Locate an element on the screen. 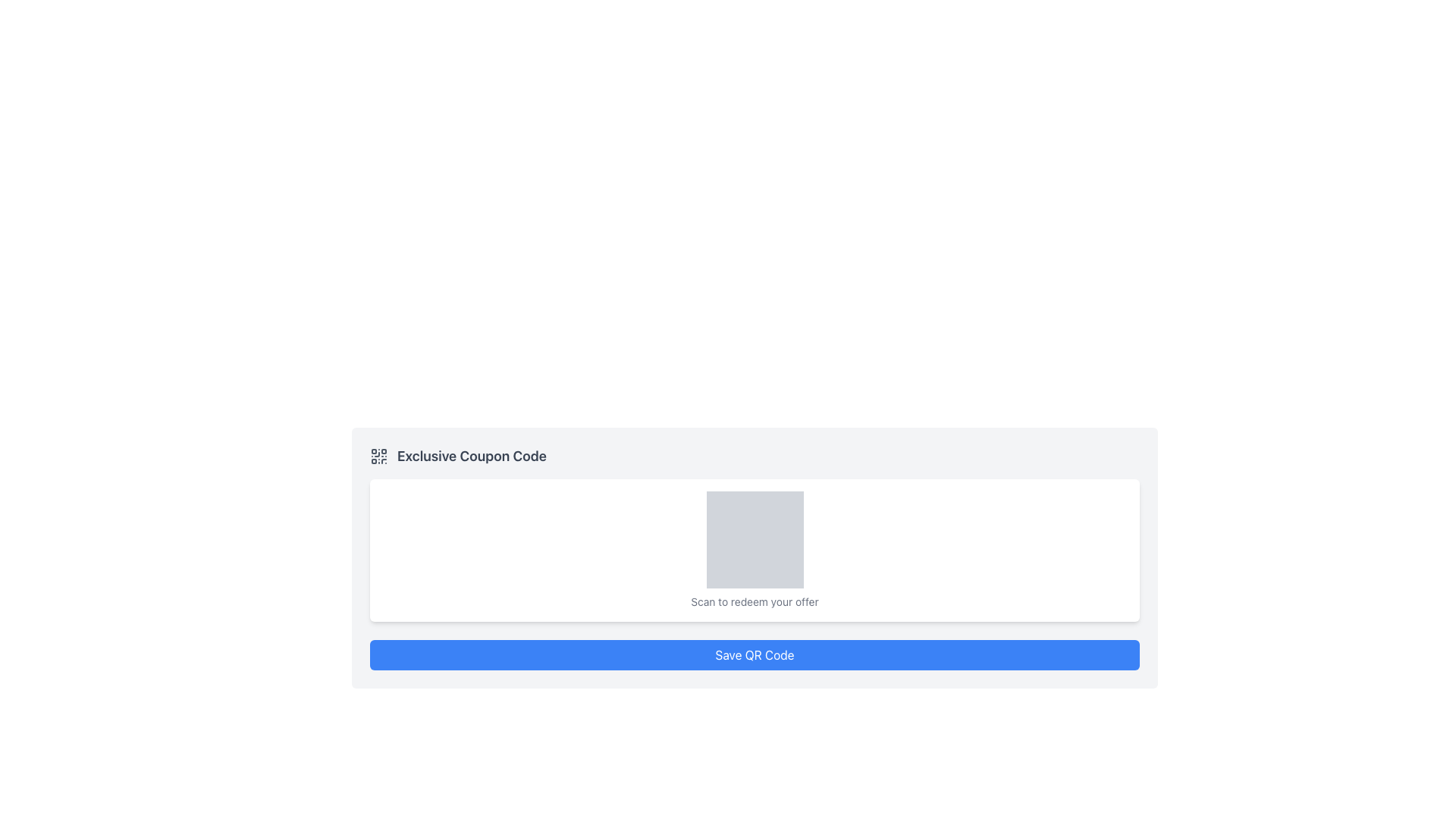 The height and width of the screenshot is (819, 1456). the Text Label located to the right of the small QR code icon, which serves as a heading or label in the upper left corner of a card-like structure is located at coordinates (471, 455).